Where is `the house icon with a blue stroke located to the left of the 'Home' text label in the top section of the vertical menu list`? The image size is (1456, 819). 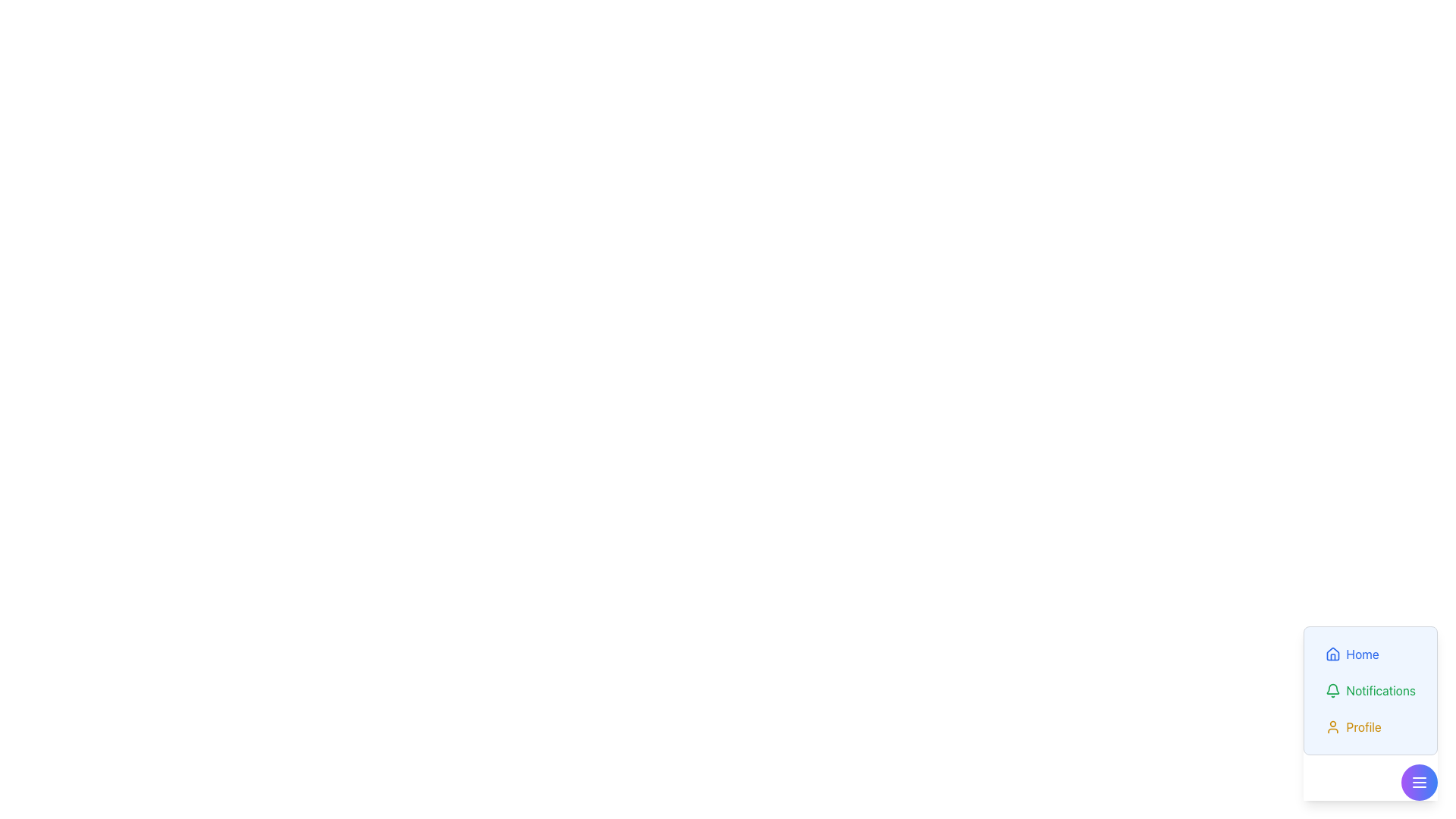 the house icon with a blue stroke located to the left of the 'Home' text label in the top section of the vertical menu list is located at coordinates (1332, 654).